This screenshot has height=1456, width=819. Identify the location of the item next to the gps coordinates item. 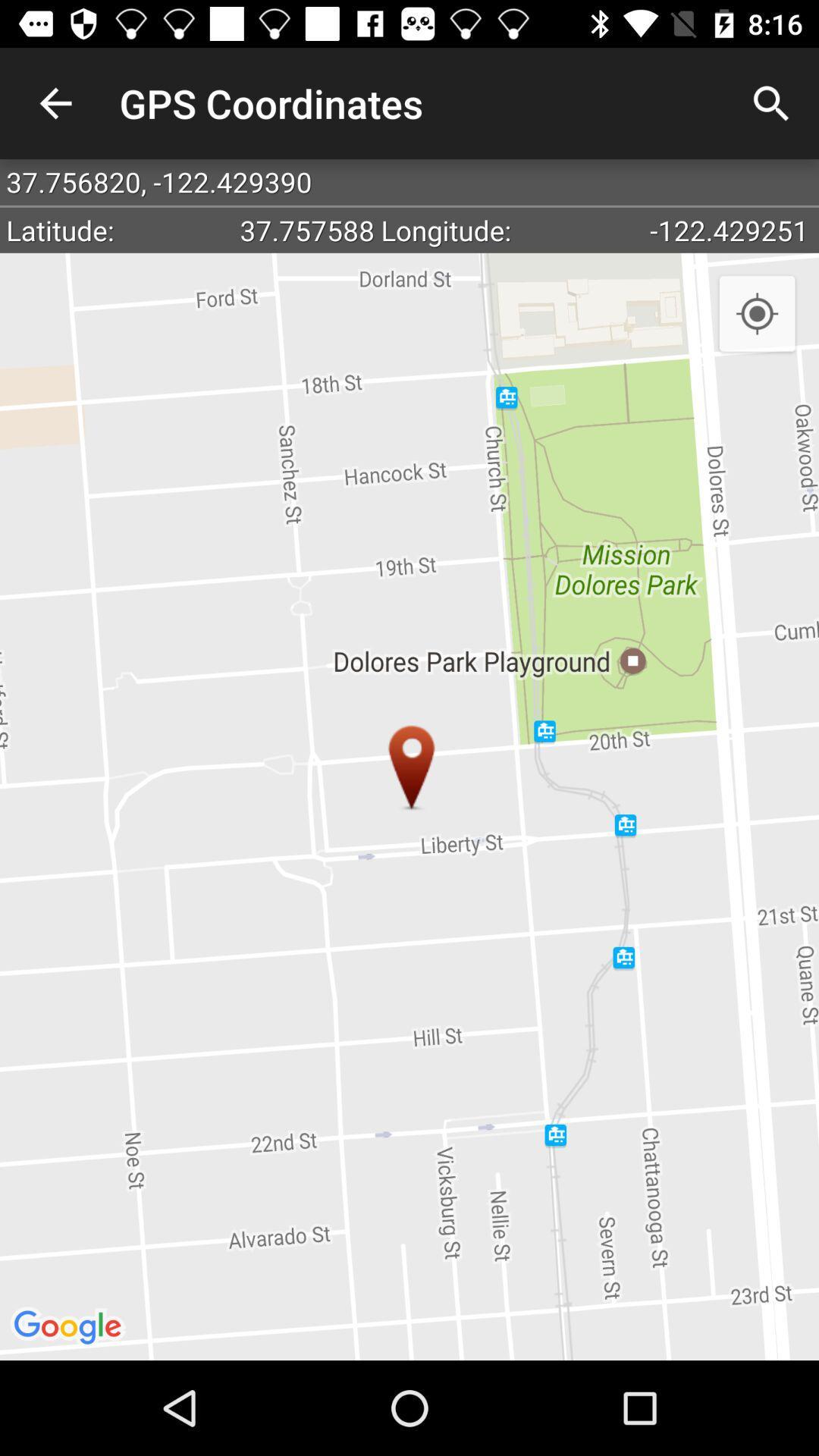
(55, 102).